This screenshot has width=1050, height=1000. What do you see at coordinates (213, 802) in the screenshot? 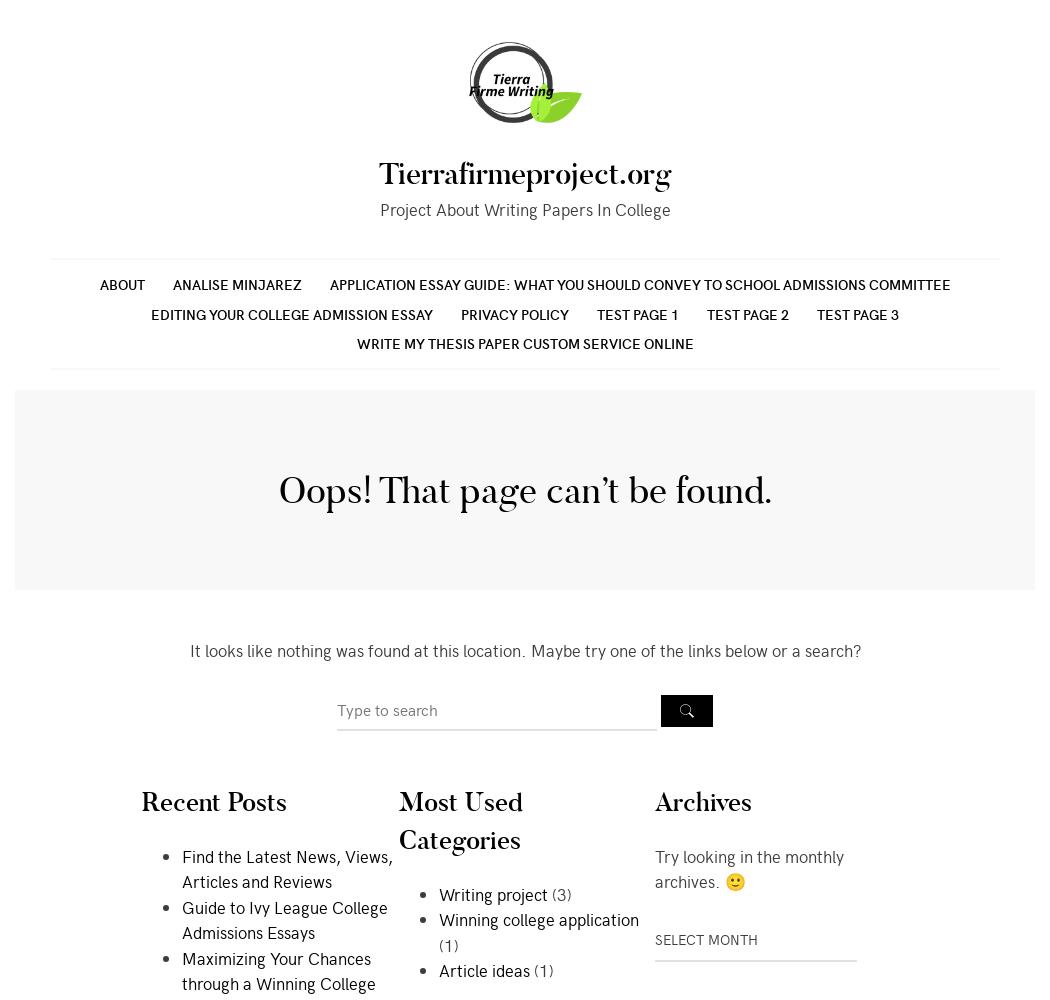
I see `'Recent Posts'` at bounding box center [213, 802].